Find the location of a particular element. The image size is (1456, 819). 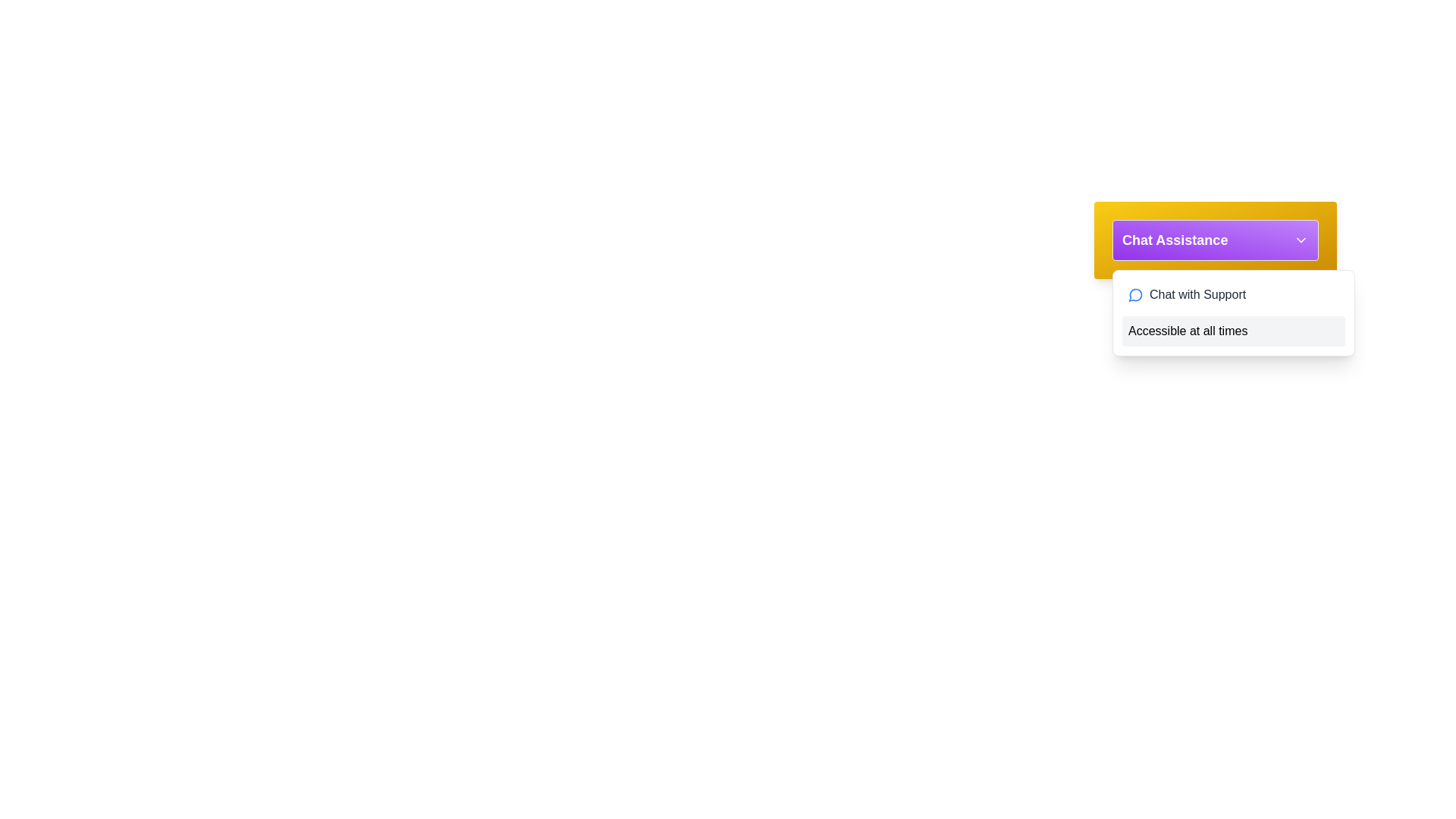

informational content of the dropdown menu item labeled 'Chat with Support' and 'Accessible at all times', which is located beneath the 'Chat Assistance' button is located at coordinates (1234, 312).